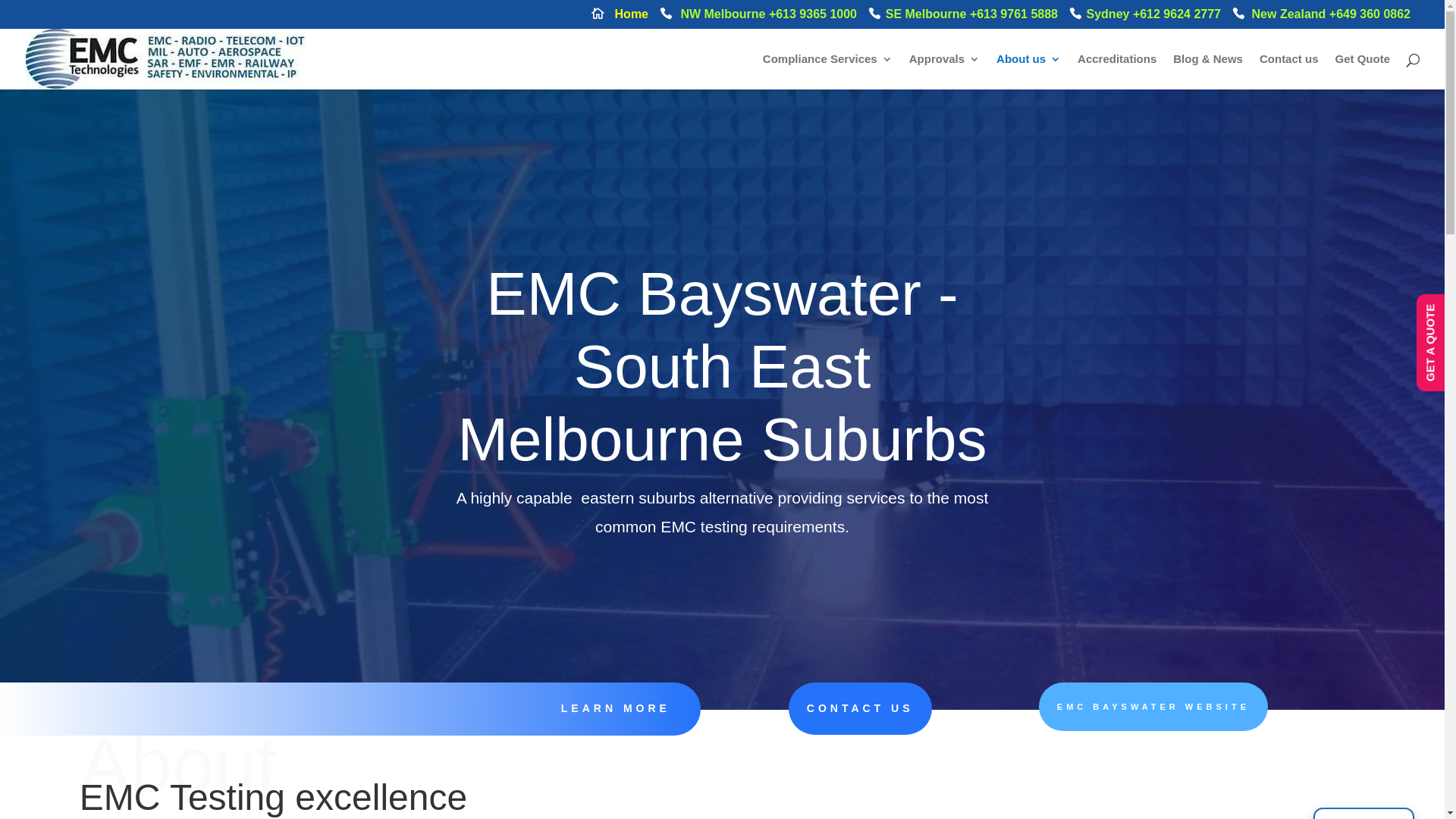 The width and height of the screenshot is (1456, 819). I want to click on 'Home', so click(590, 18).